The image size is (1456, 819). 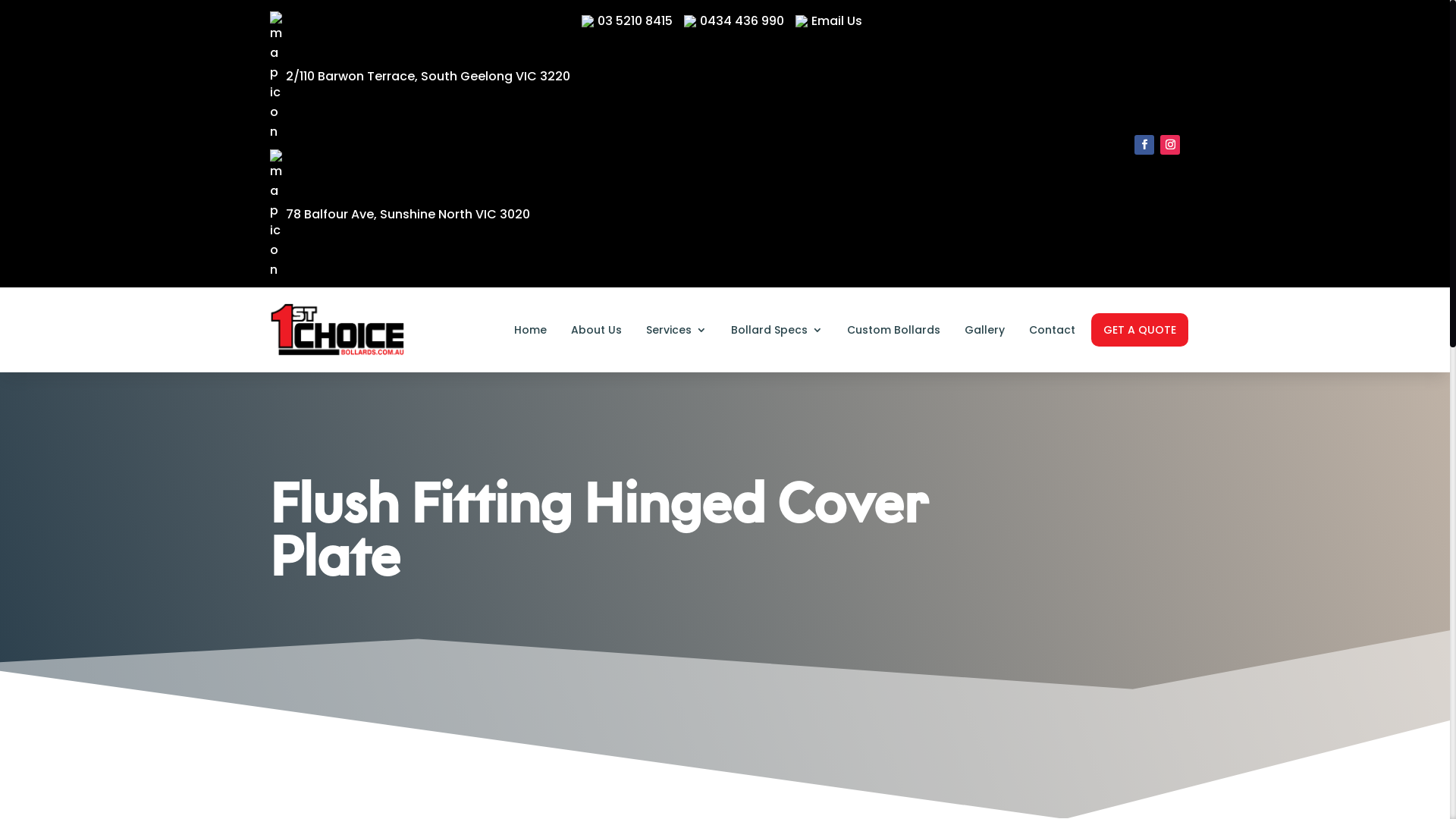 I want to click on '03 5210 8415', so click(x=626, y=20).